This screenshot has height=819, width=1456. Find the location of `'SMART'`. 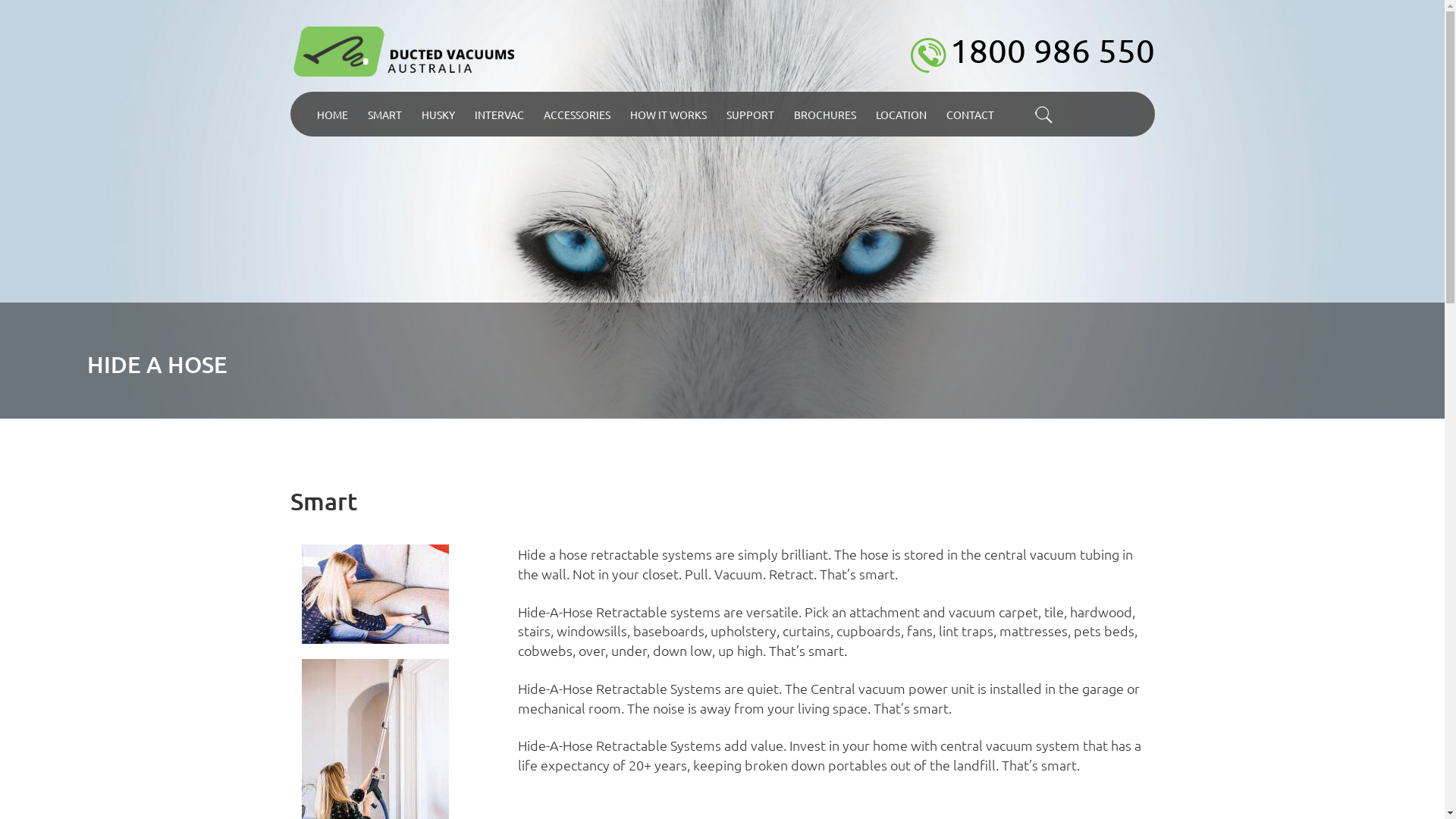

'SMART' is located at coordinates (384, 113).